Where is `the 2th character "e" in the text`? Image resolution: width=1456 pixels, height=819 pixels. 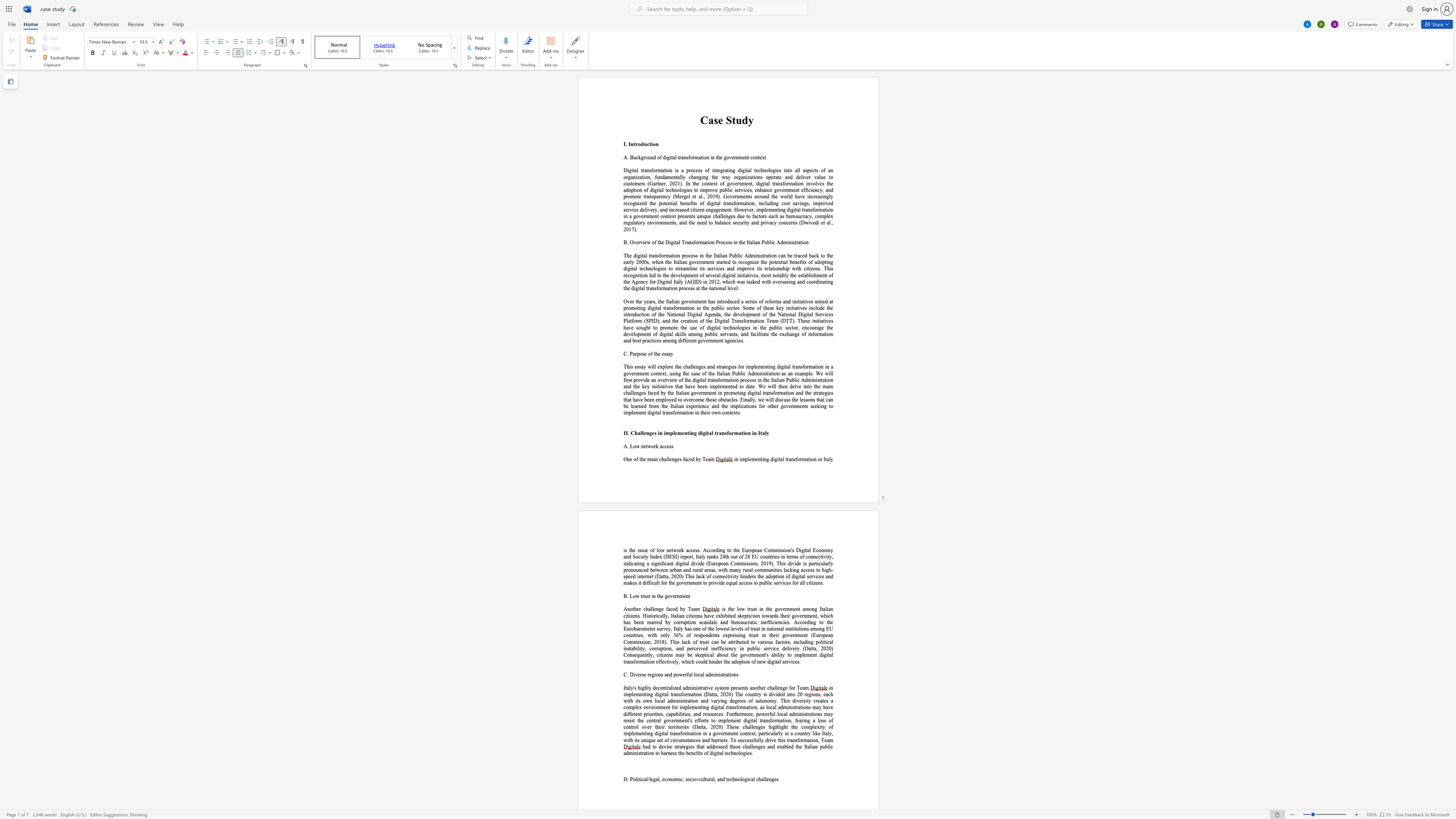 the 2th character "e" in the text is located at coordinates (668, 445).